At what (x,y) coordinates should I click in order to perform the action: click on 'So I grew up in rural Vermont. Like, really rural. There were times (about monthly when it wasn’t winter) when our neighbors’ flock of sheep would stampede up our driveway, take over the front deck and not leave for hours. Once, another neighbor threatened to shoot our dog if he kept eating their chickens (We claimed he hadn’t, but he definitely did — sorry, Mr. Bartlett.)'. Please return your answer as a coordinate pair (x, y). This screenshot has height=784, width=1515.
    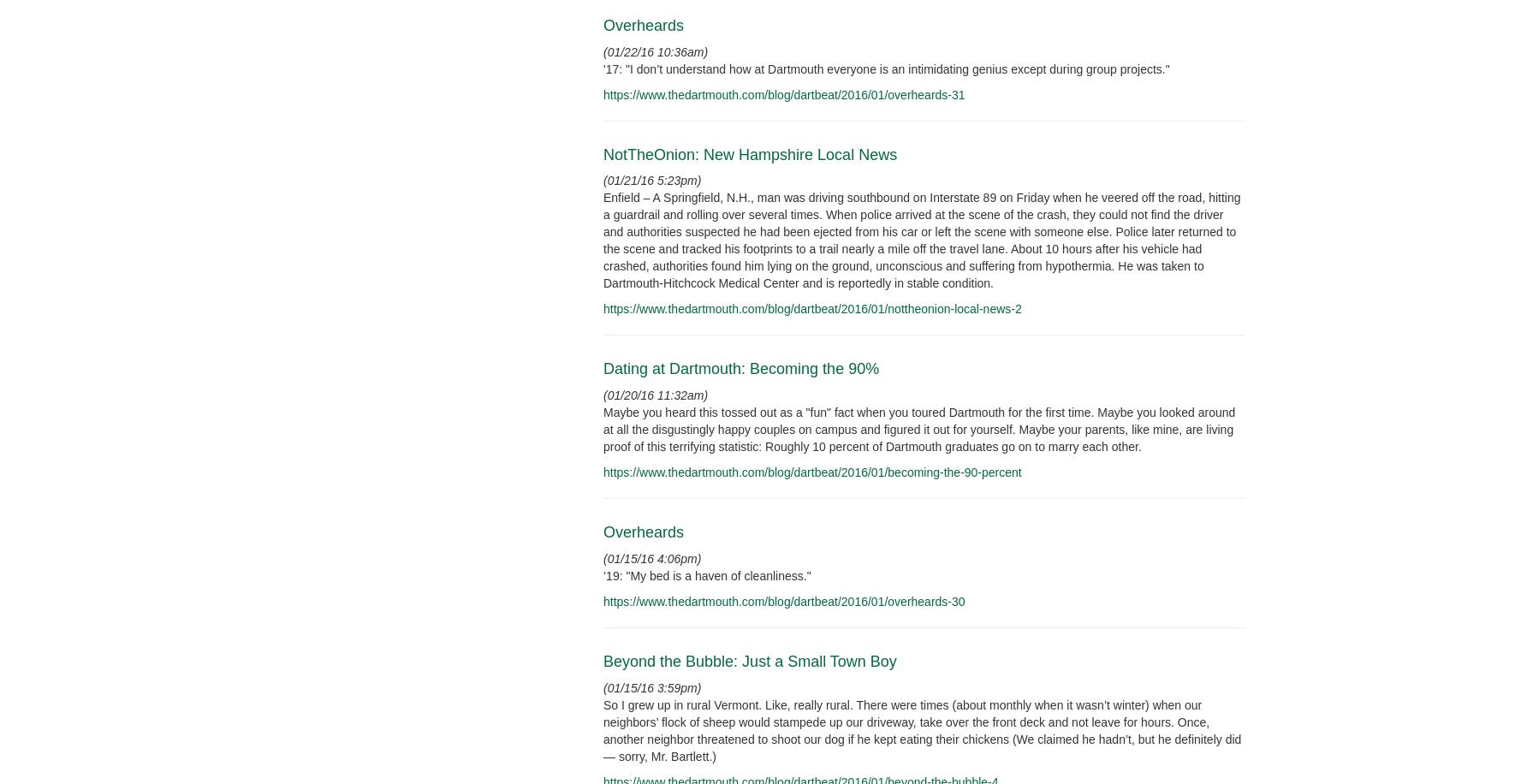
    Looking at the image, I should click on (602, 729).